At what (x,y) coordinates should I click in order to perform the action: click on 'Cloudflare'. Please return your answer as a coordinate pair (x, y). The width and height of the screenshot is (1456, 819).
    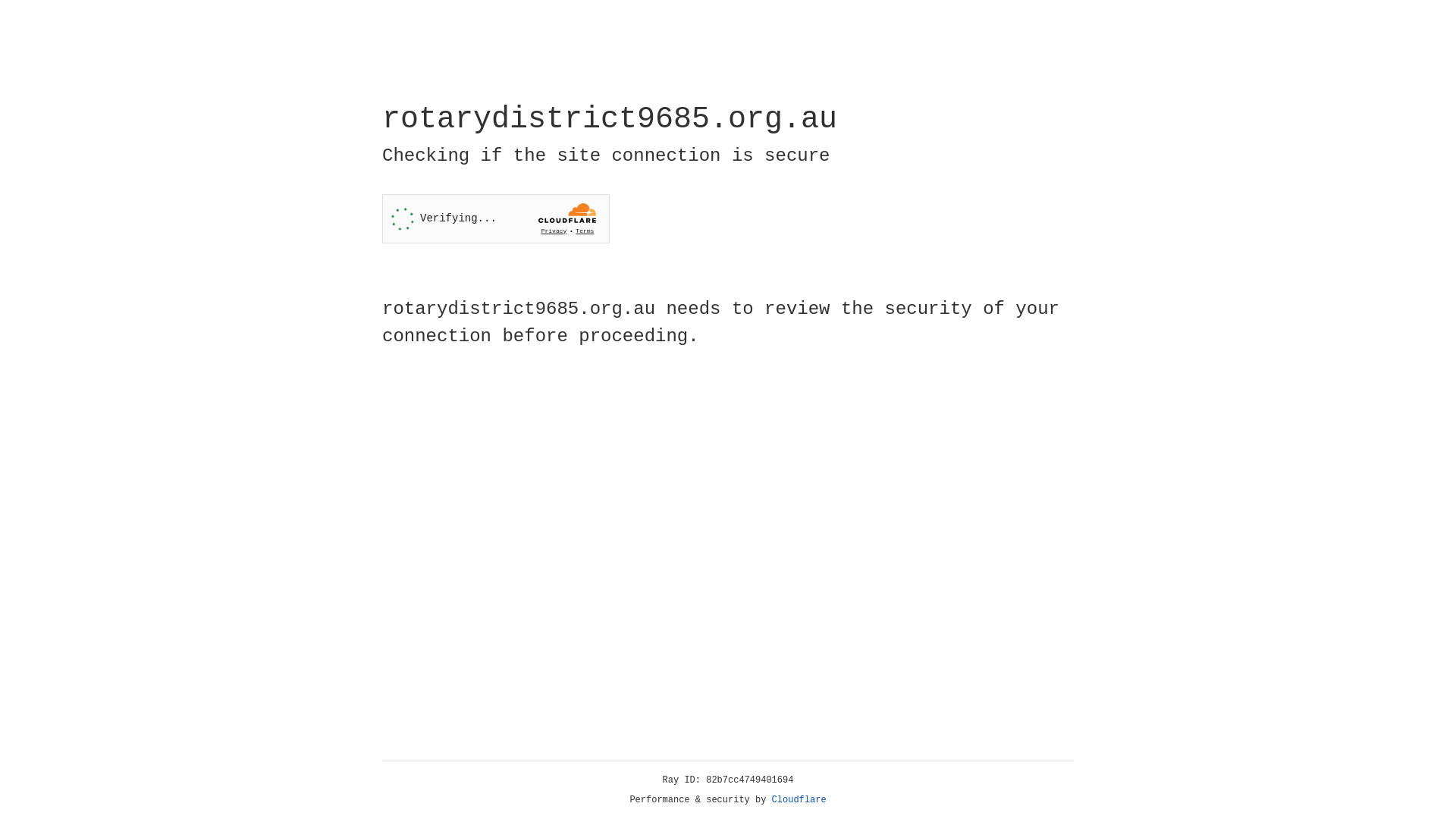
    Looking at the image, I should click on (771, 799).